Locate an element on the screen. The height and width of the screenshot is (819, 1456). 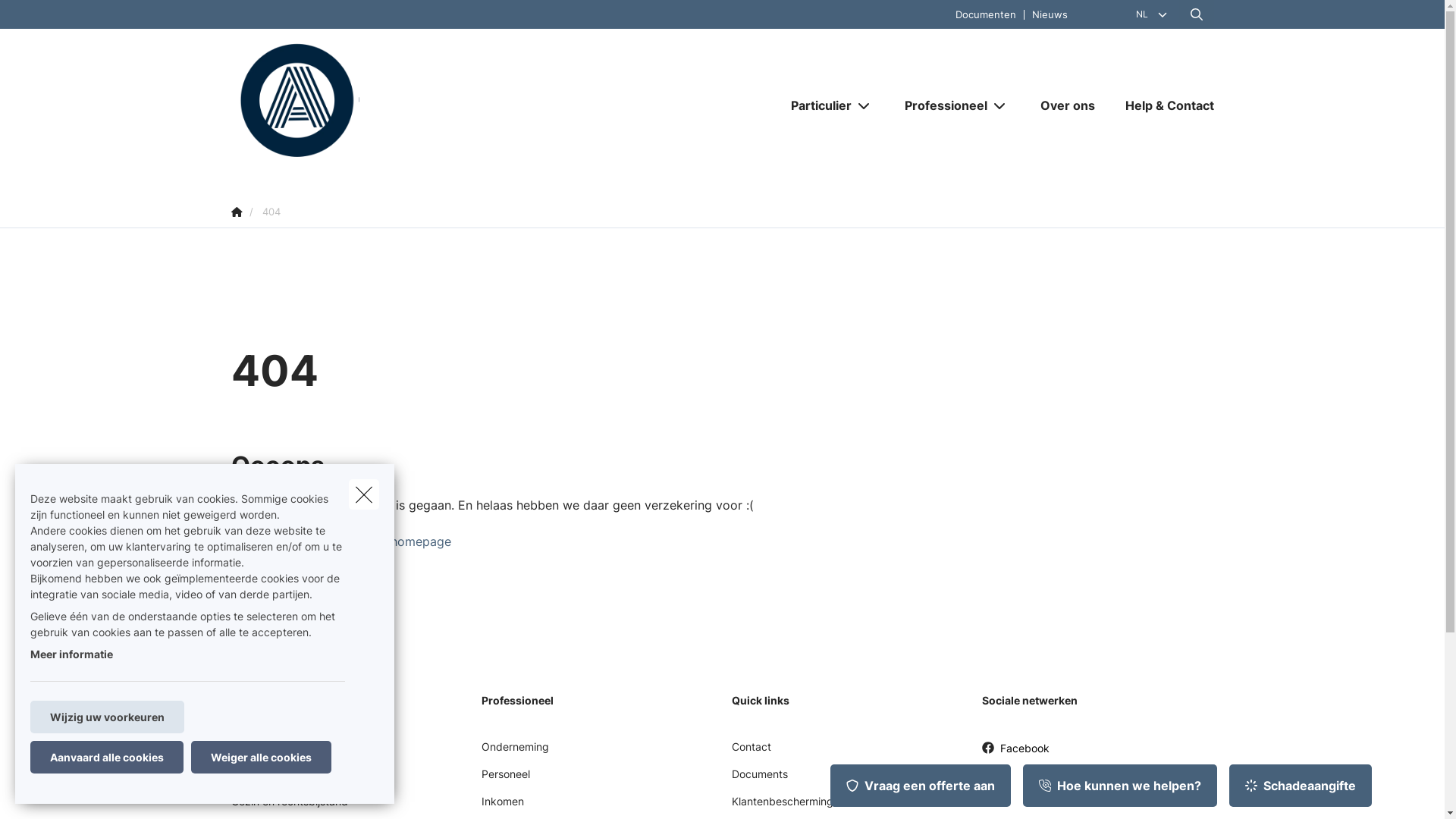
'Help & Contact' is located at coordinates (1161, 104).